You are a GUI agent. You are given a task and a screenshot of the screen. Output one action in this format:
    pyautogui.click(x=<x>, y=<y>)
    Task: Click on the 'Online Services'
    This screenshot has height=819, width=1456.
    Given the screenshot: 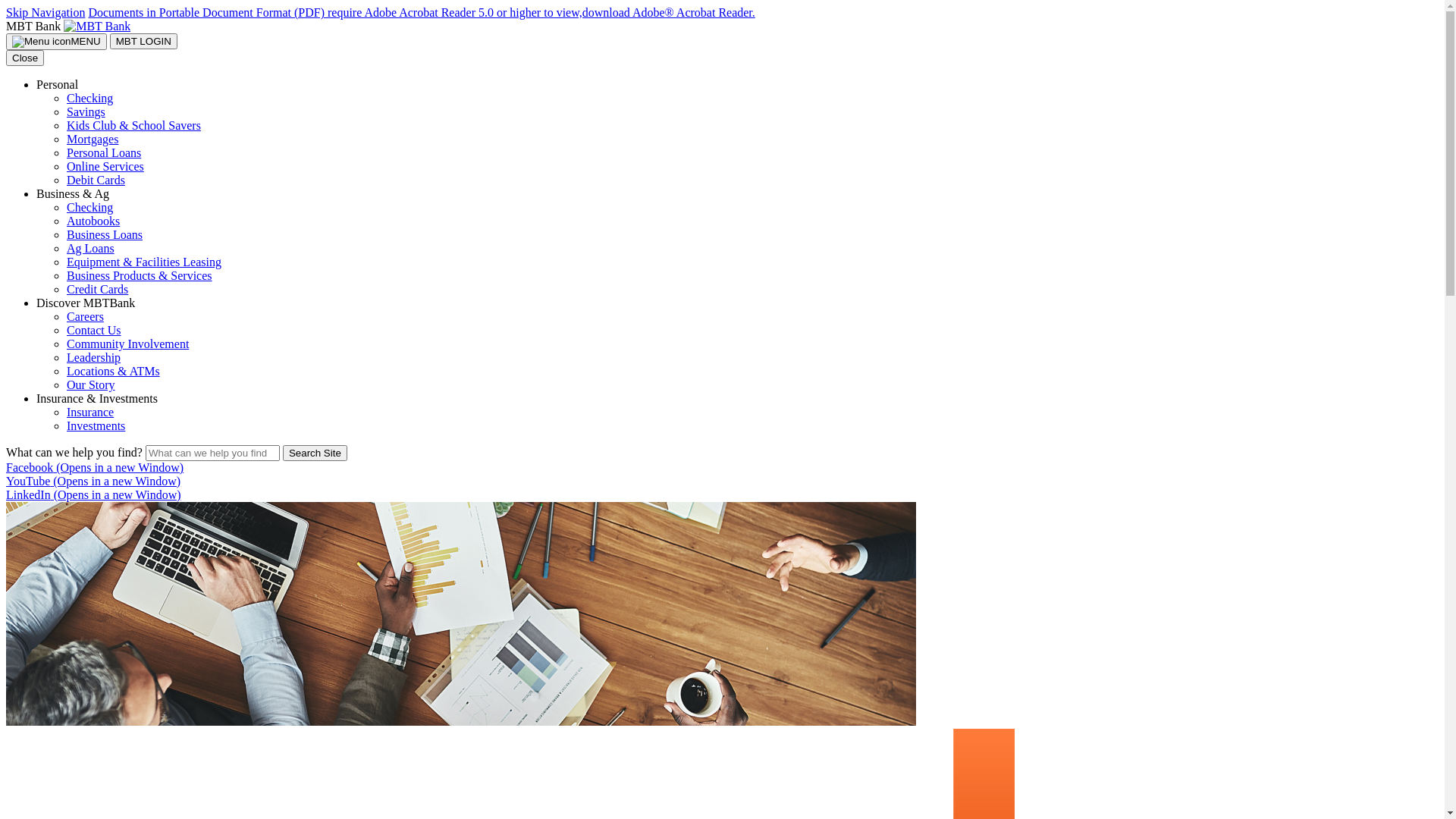 What is the action you would take?
    pyautogui.click(x=105, y=166)
    